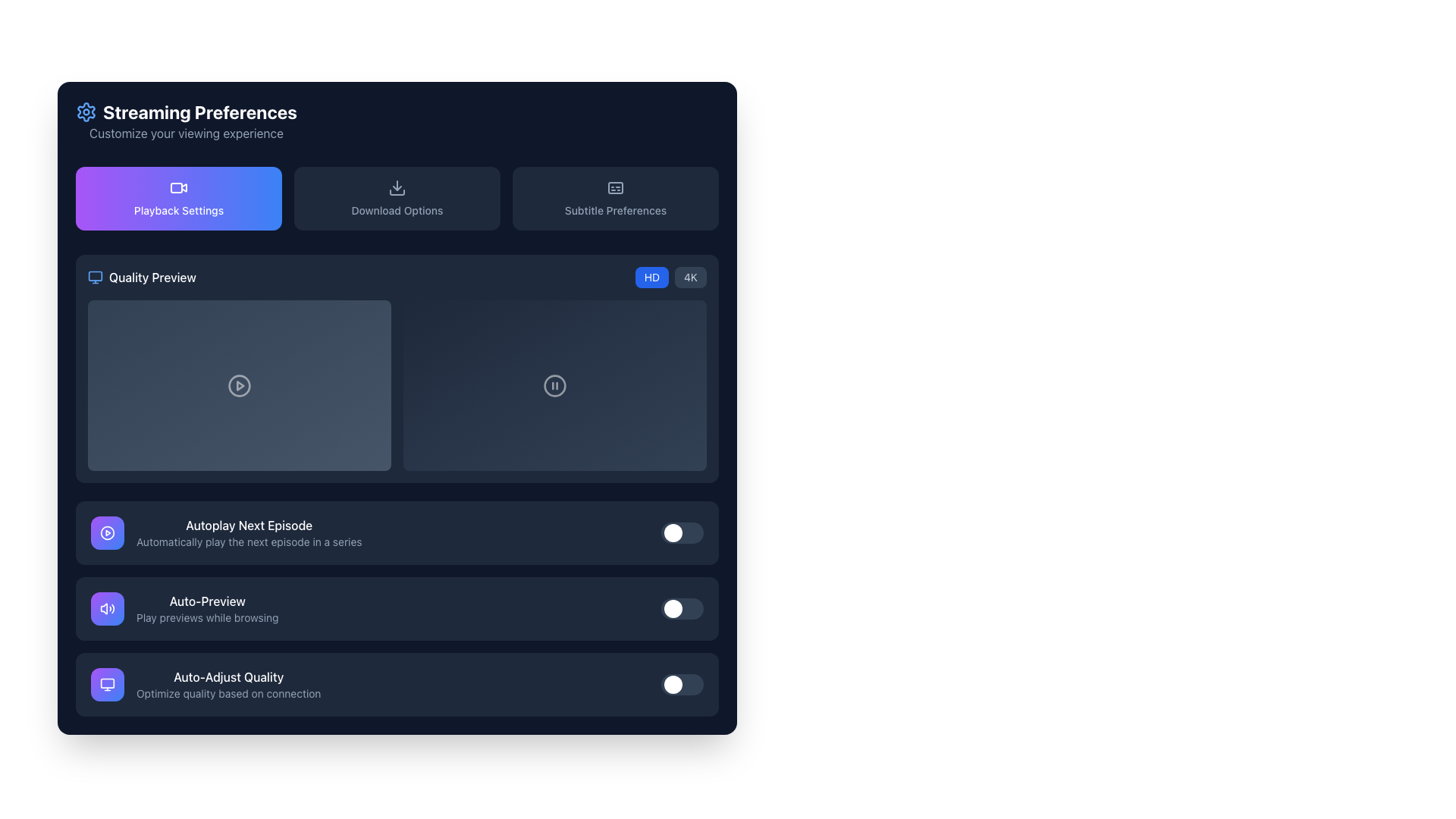  Describe the element at coordinates (615, 187) in the screenshot. I see `the closed caption SVG icon within the 'Subtitle Preferences' button` at that location.